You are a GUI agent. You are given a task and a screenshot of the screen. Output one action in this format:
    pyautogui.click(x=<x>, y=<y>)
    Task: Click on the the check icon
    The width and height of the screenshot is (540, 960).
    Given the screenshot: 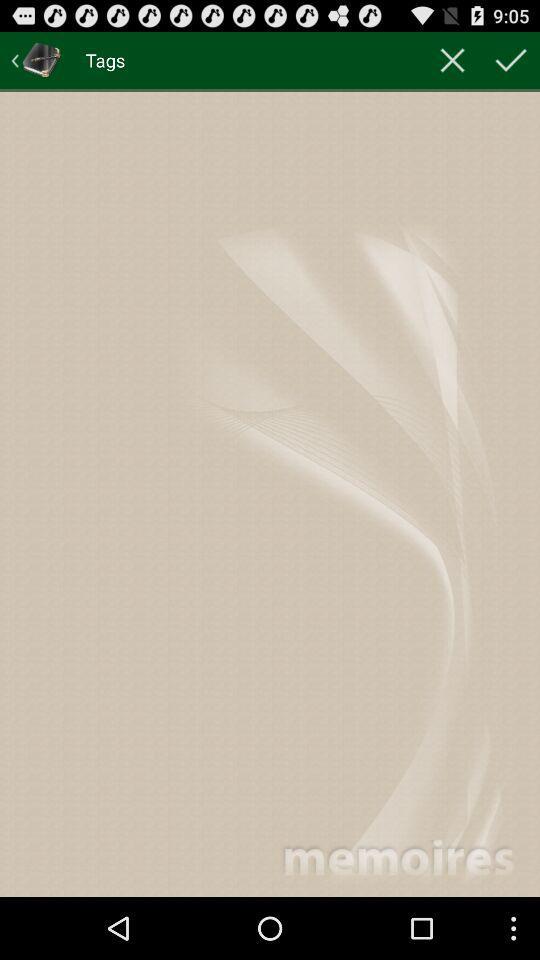 What is the action you would take?
    pyautogui.click(x=511, y=64)
    